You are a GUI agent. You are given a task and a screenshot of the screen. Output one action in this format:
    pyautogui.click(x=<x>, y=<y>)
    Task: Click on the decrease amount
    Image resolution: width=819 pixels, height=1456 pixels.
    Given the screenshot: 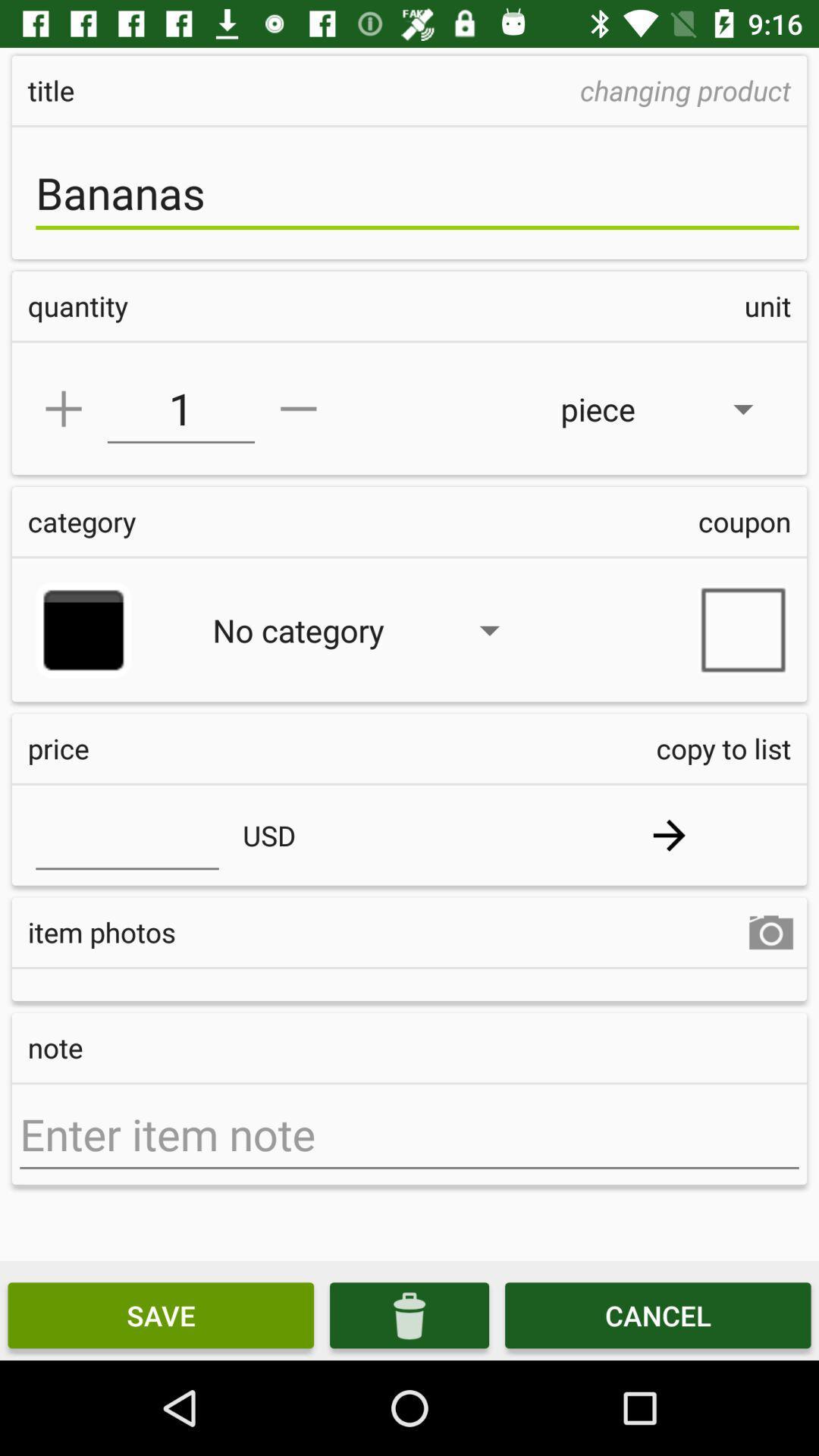 What is the action you would take?
    pyautogui.click(x=298, y=409)
    